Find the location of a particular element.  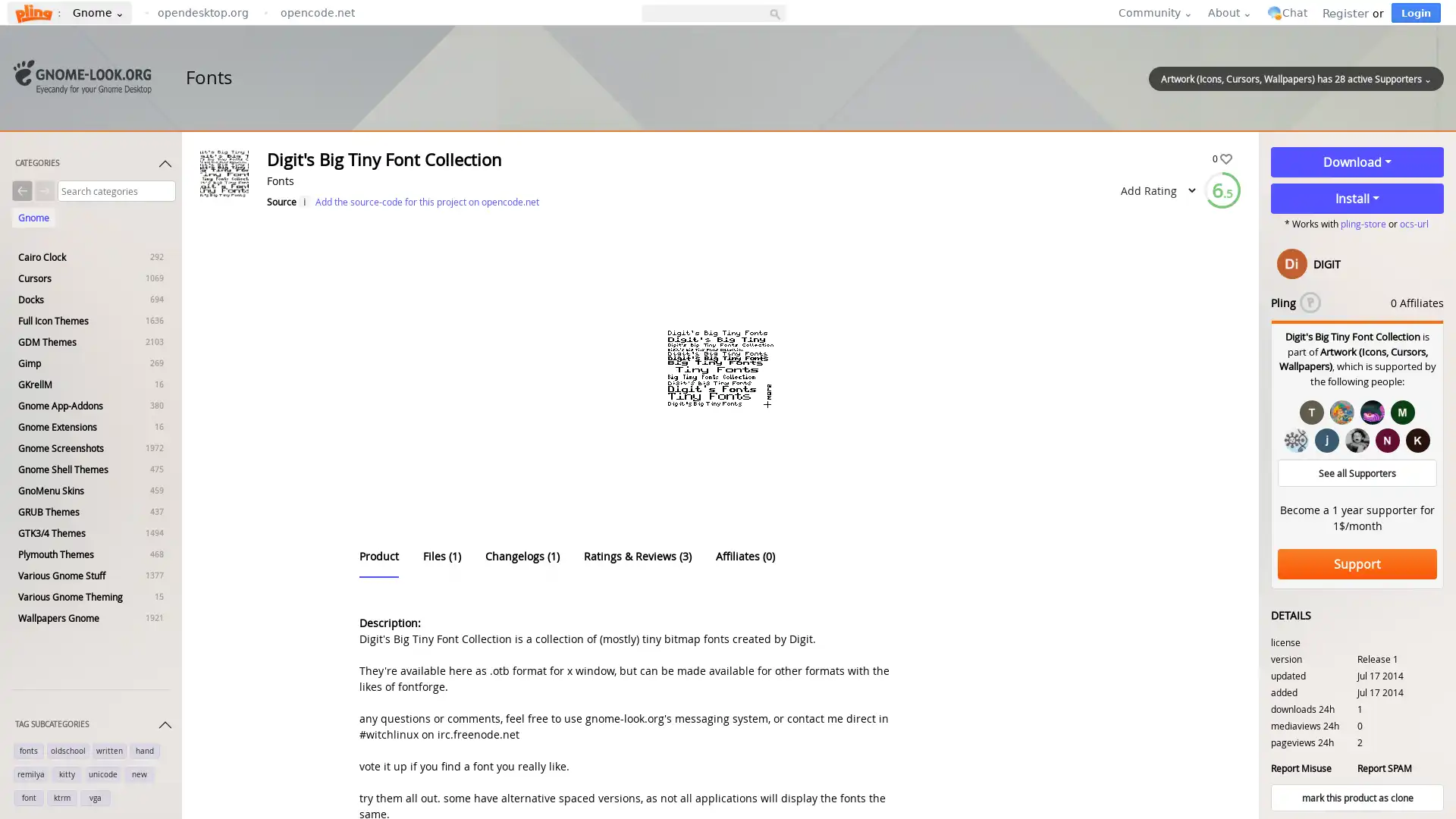

mark this product as clone is located at coordinates (1357, 797).